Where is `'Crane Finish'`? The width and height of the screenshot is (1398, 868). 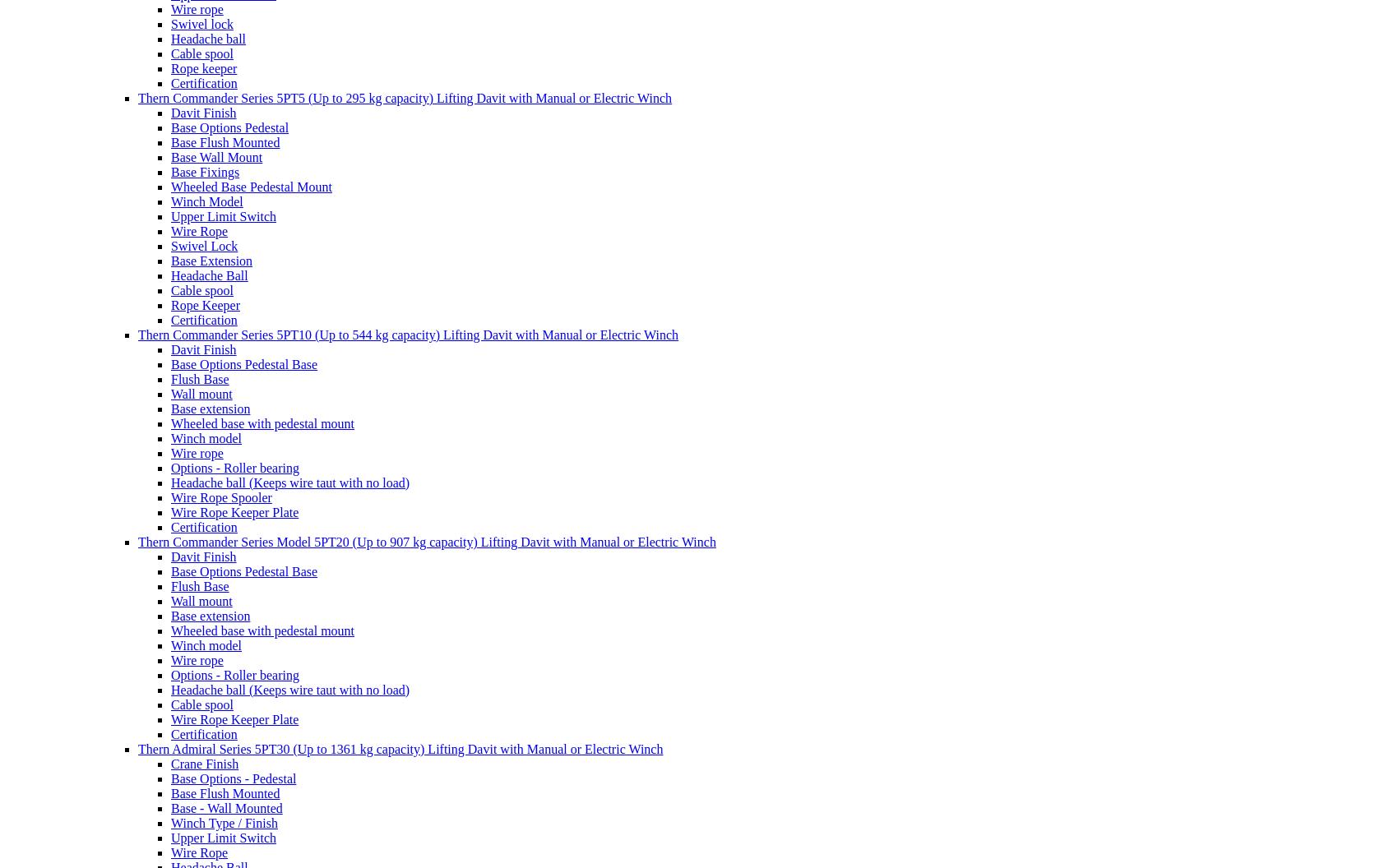 'Crane Finish' is located at coordinates (205, 763).